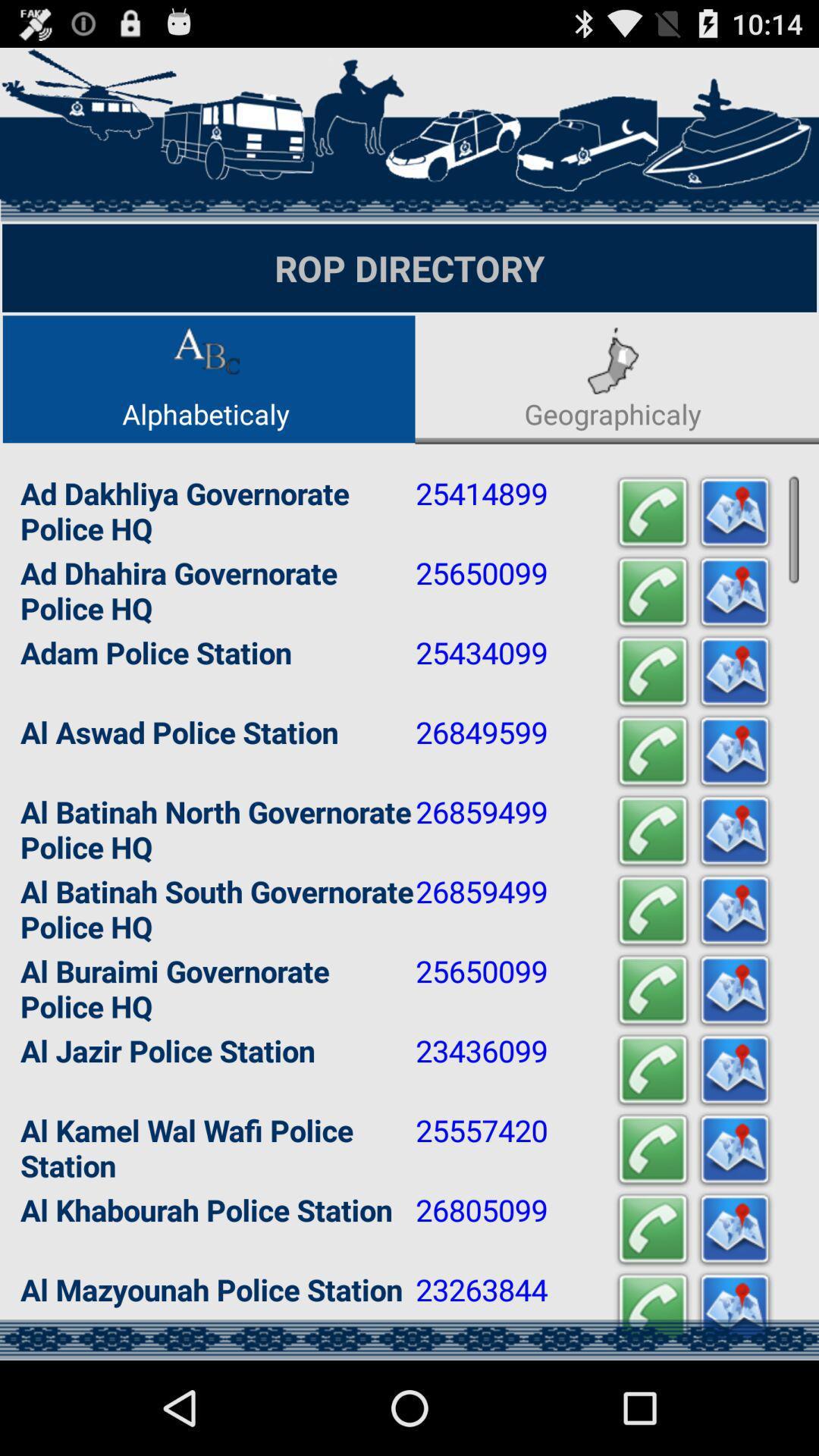  Describe the element at coordinates (651, 548) in the screenshot. I see `the call icon` at that location.